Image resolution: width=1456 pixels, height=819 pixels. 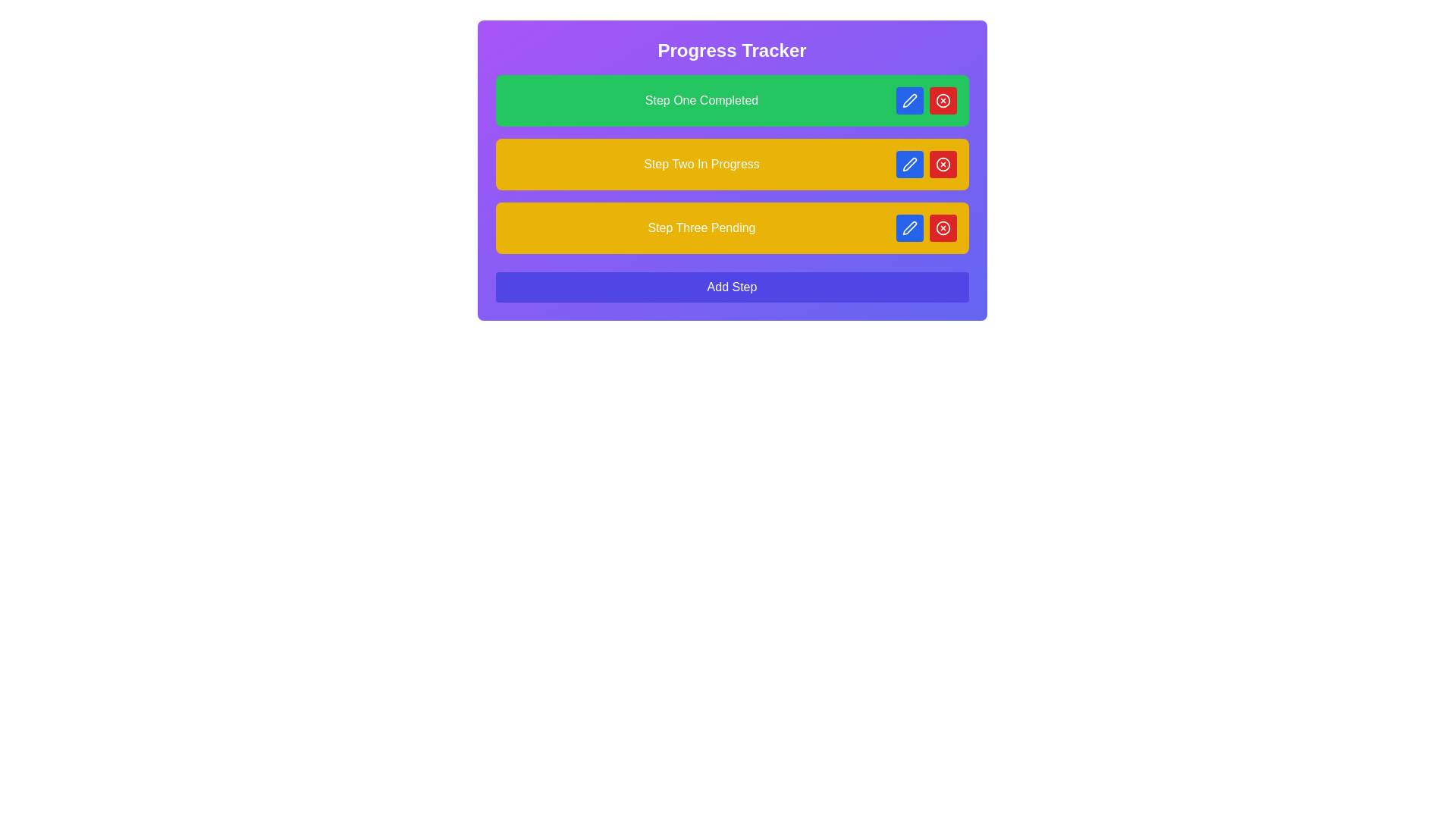 I want to click on the blue square button with a white pen icon located in the 'Step Three Pending' section of the progress tracker interface, so click(x=909, y=227).